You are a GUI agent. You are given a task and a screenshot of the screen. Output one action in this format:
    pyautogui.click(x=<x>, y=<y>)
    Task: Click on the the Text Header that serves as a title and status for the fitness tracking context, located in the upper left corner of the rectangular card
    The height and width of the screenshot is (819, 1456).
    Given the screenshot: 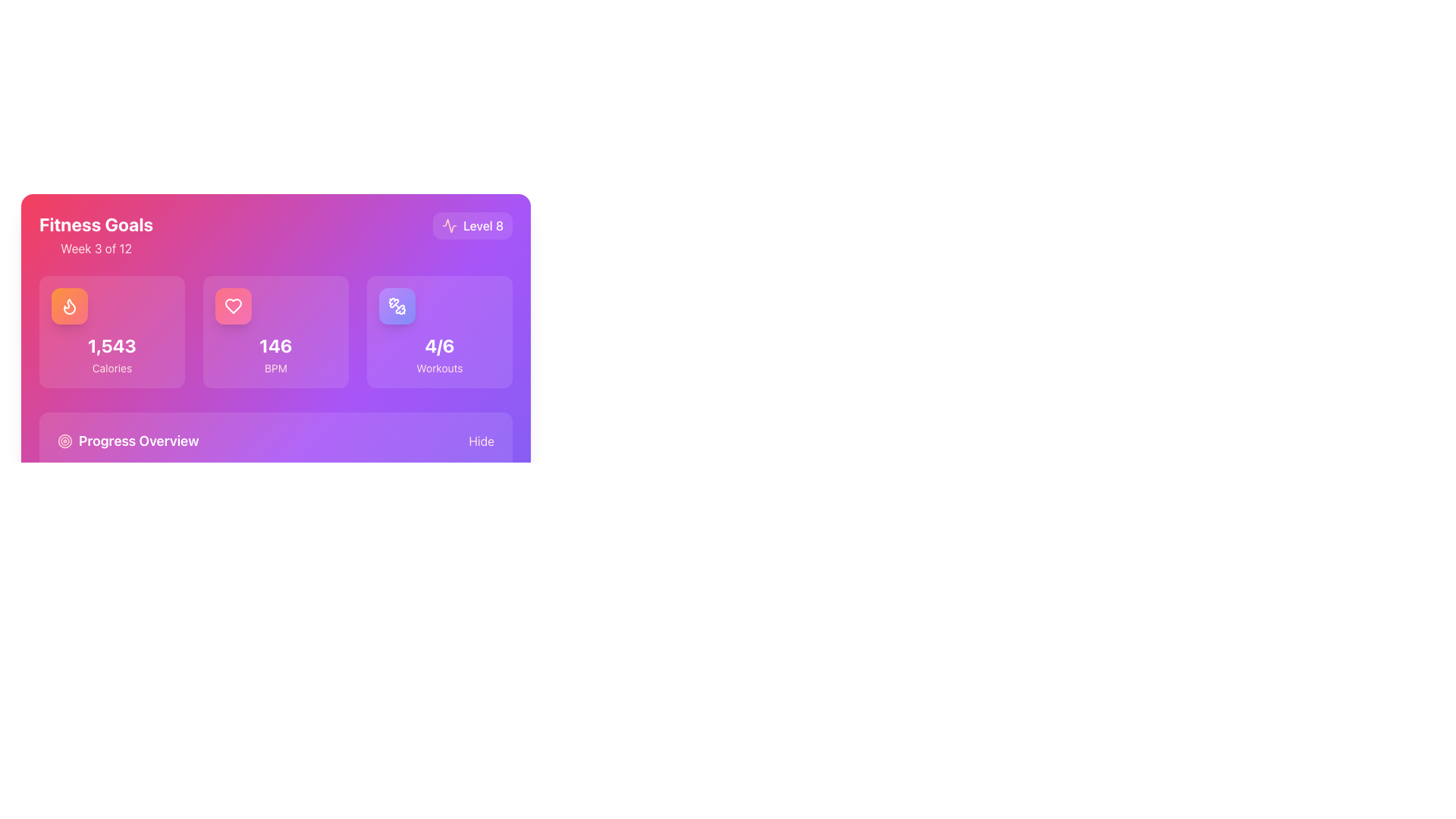 What is the action you would take?
    pyautogui.click(x=96, y=234)
    